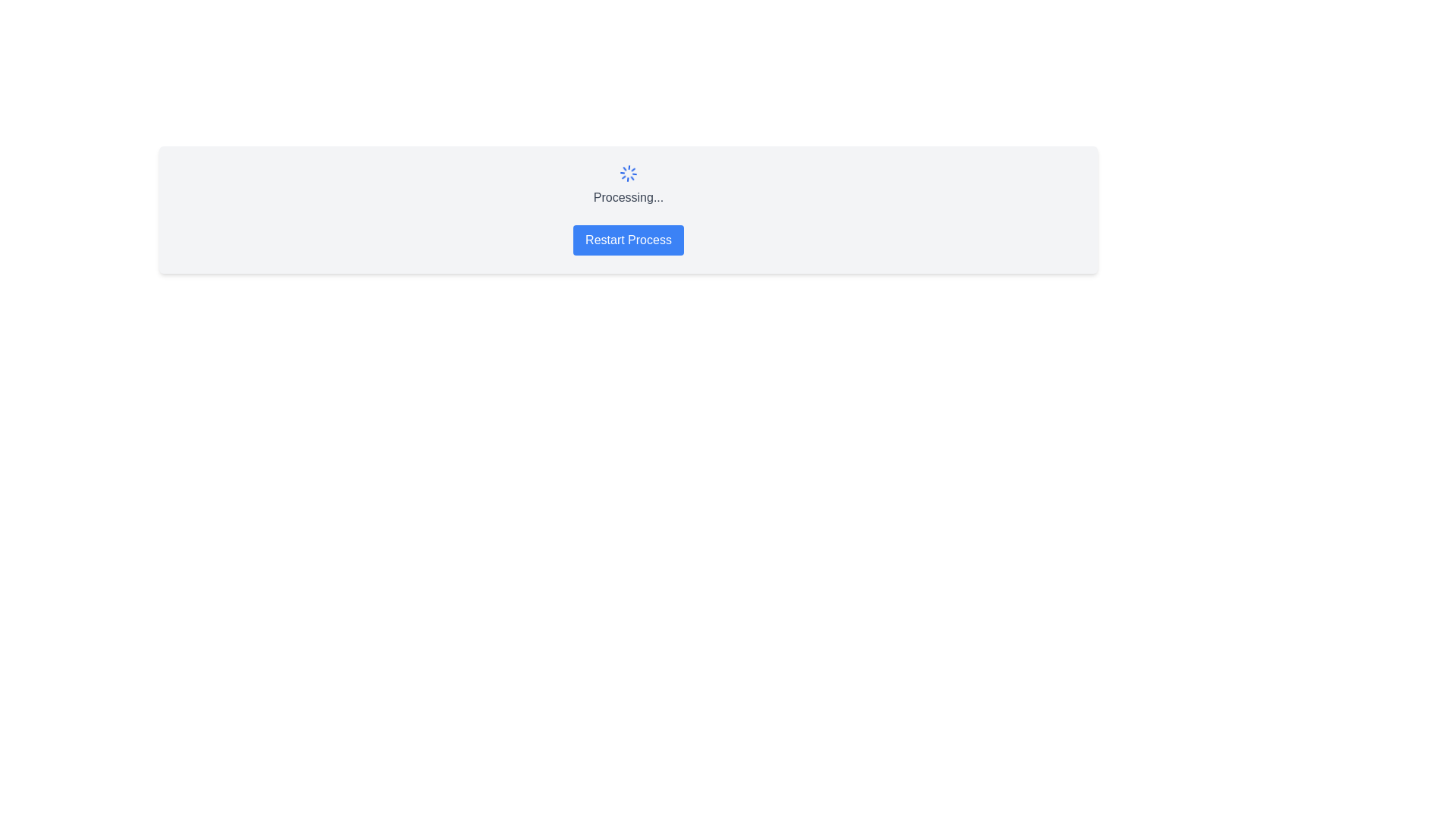 The height and width of the screenshot is (819, 1456). Describe the element at coordinates (629, 197) in the screenshot. I see `the Static Text Label that indicates the ongoing status of a process, located below the spinner animation and above the 'Restart Process' button` at that location.